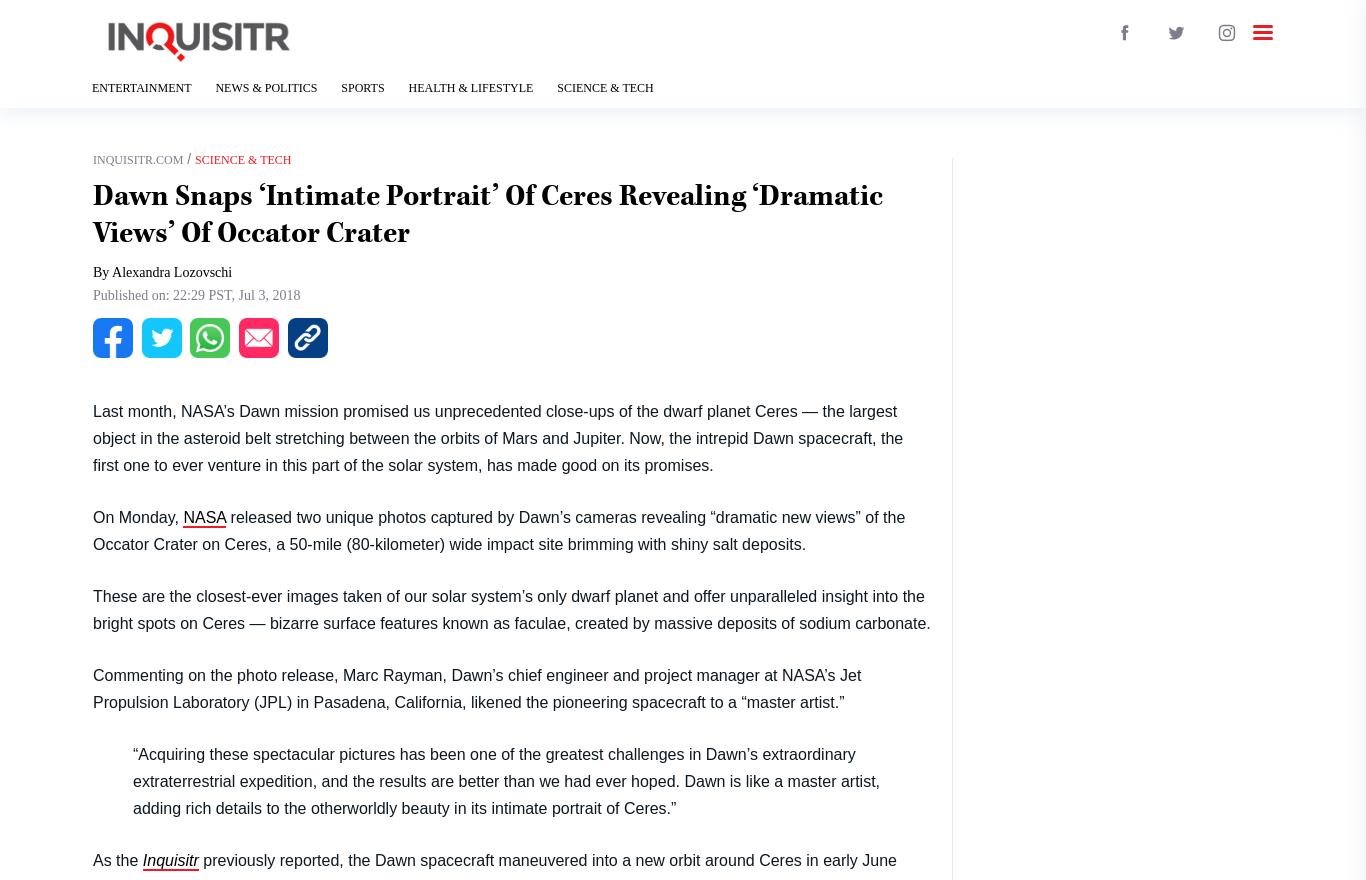 This screenshot has height=880, width=1366. What do you see at coordinates (477, 686) in the screenshot?
I see `'Commenting on the photo release, Marc Rayman, Dawn’s chief engineer and project manager at NASA’s Jet Propulsion Laboratory (JPL) in Pasadena, California, likened the pioneering spacecraft to a “master artist.”'` at bounding box center [477, 686].